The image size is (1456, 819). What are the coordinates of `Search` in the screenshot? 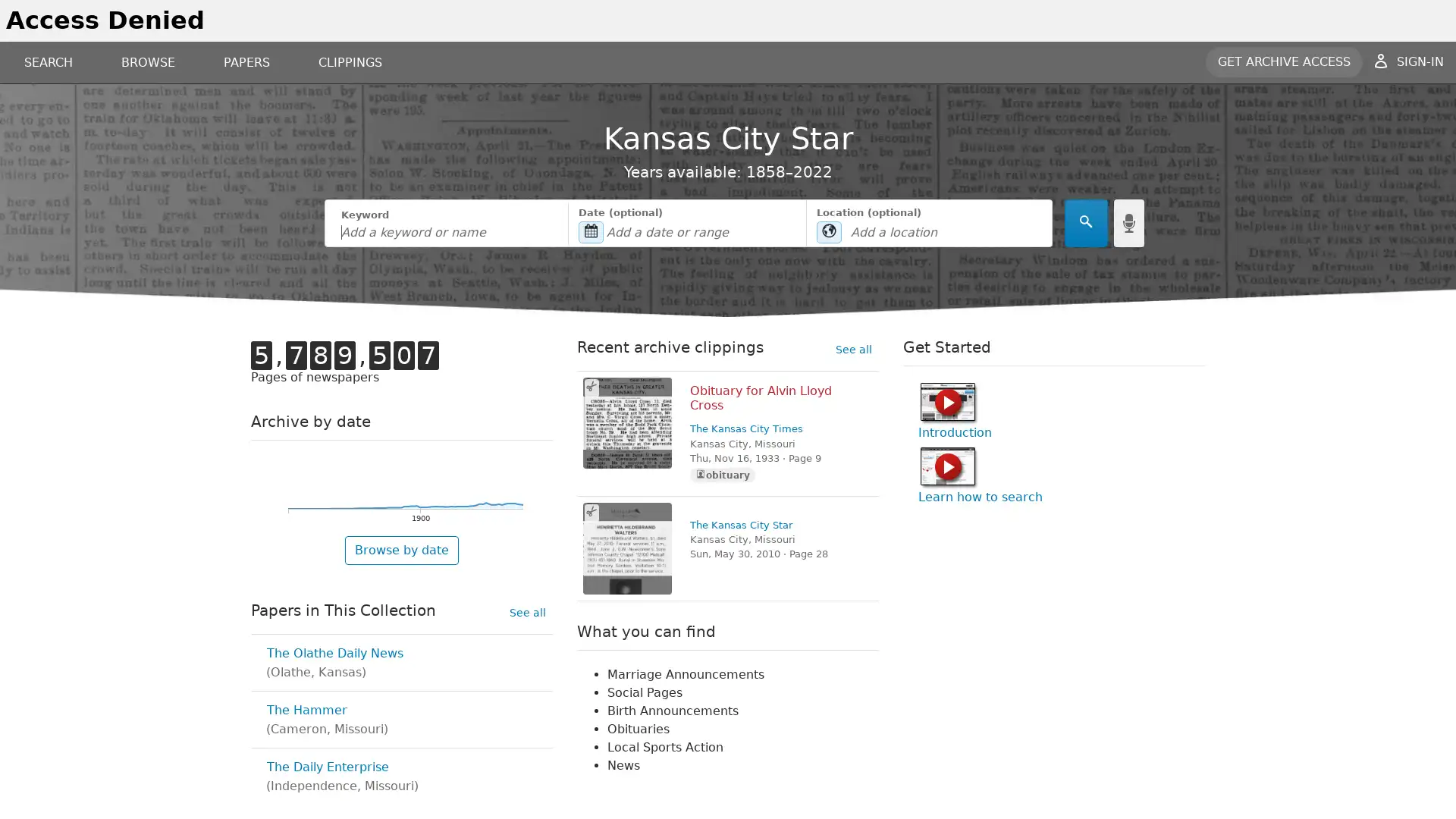 It's located at (1084, 223).